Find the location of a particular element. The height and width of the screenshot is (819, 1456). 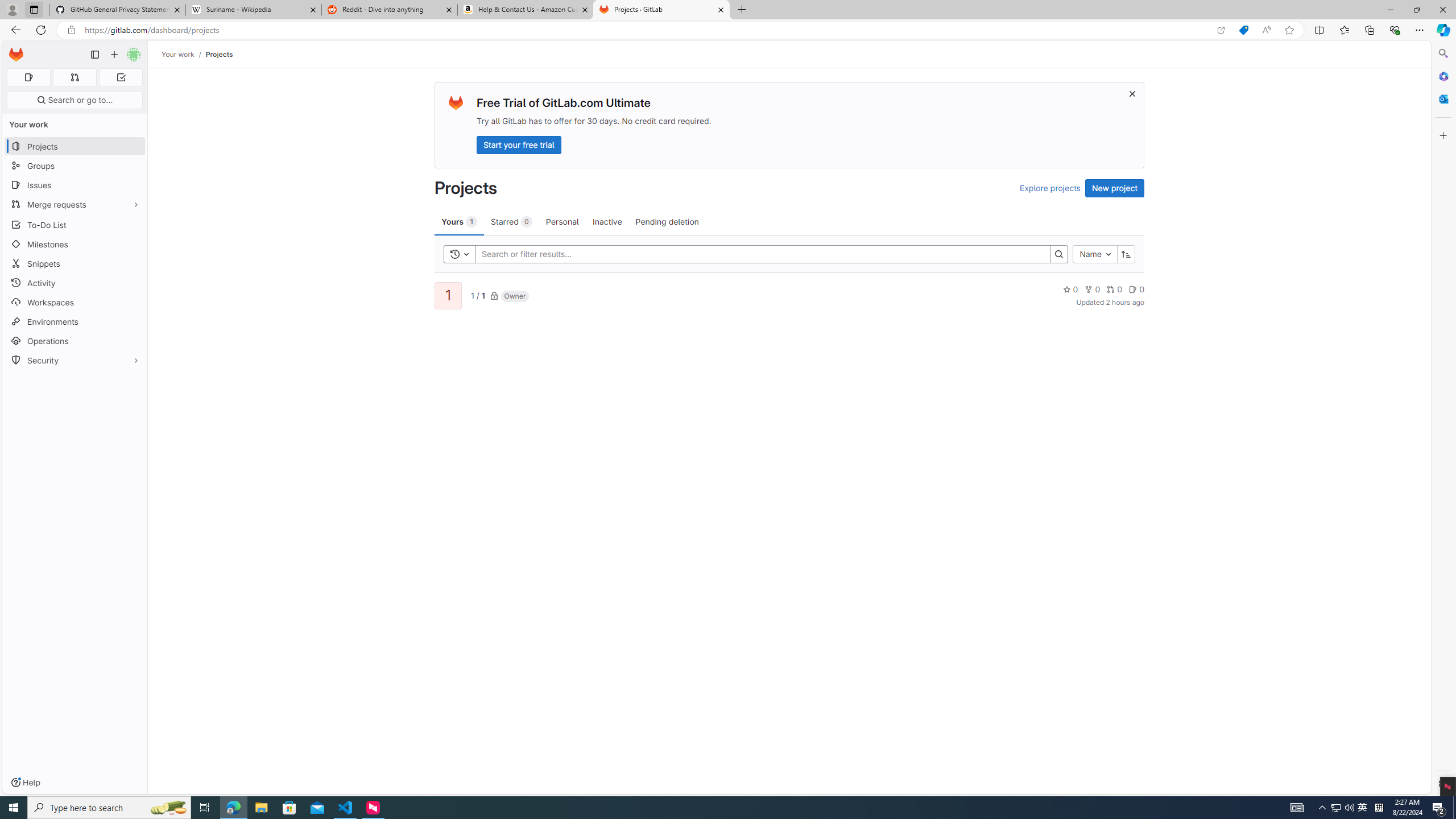

'Assigned issues 0' is located at coordinates (28, 77).